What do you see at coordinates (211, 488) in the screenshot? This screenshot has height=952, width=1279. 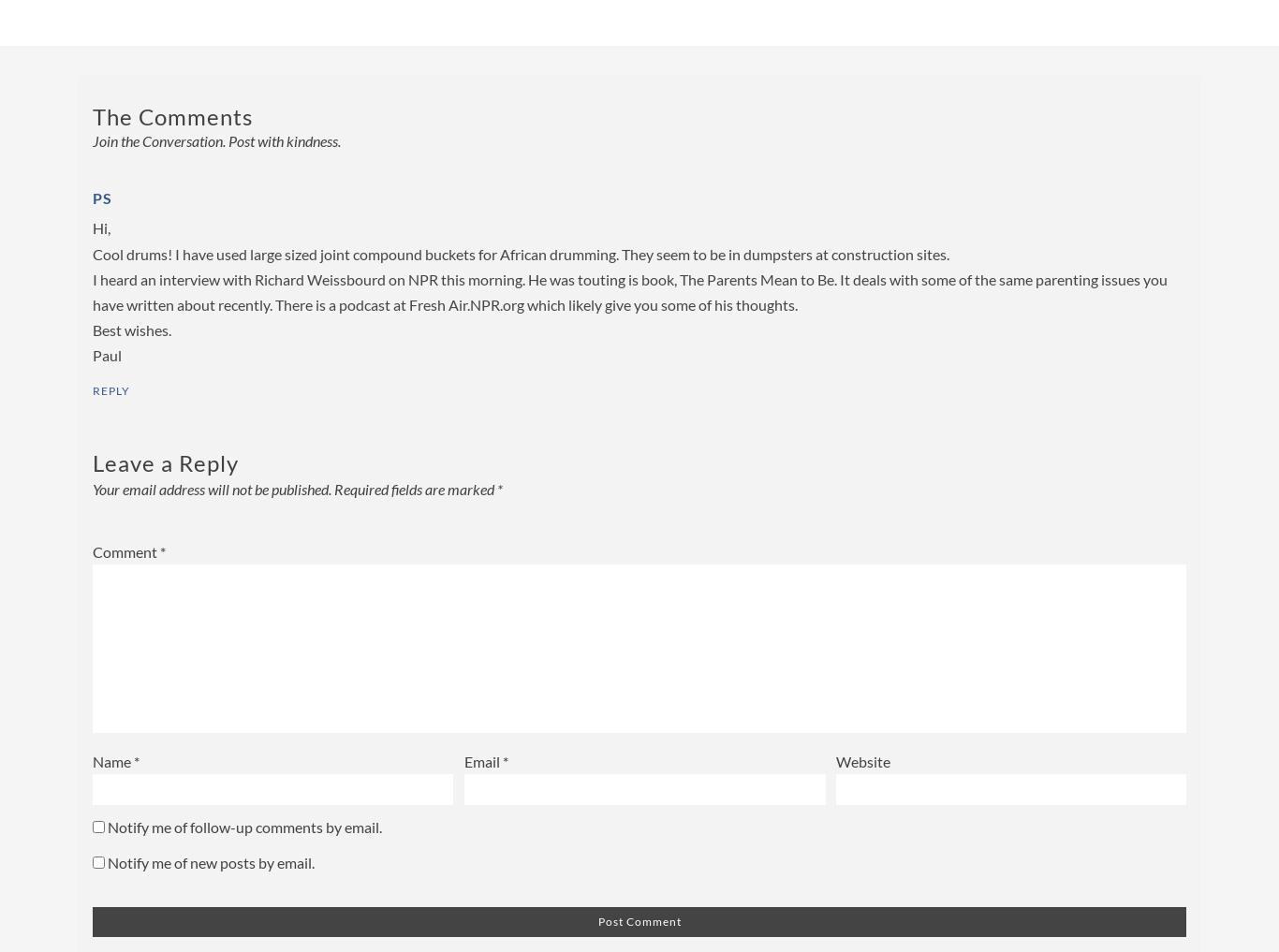 I see `'Your email address will not be published.'` at bounding box center [211, 488].